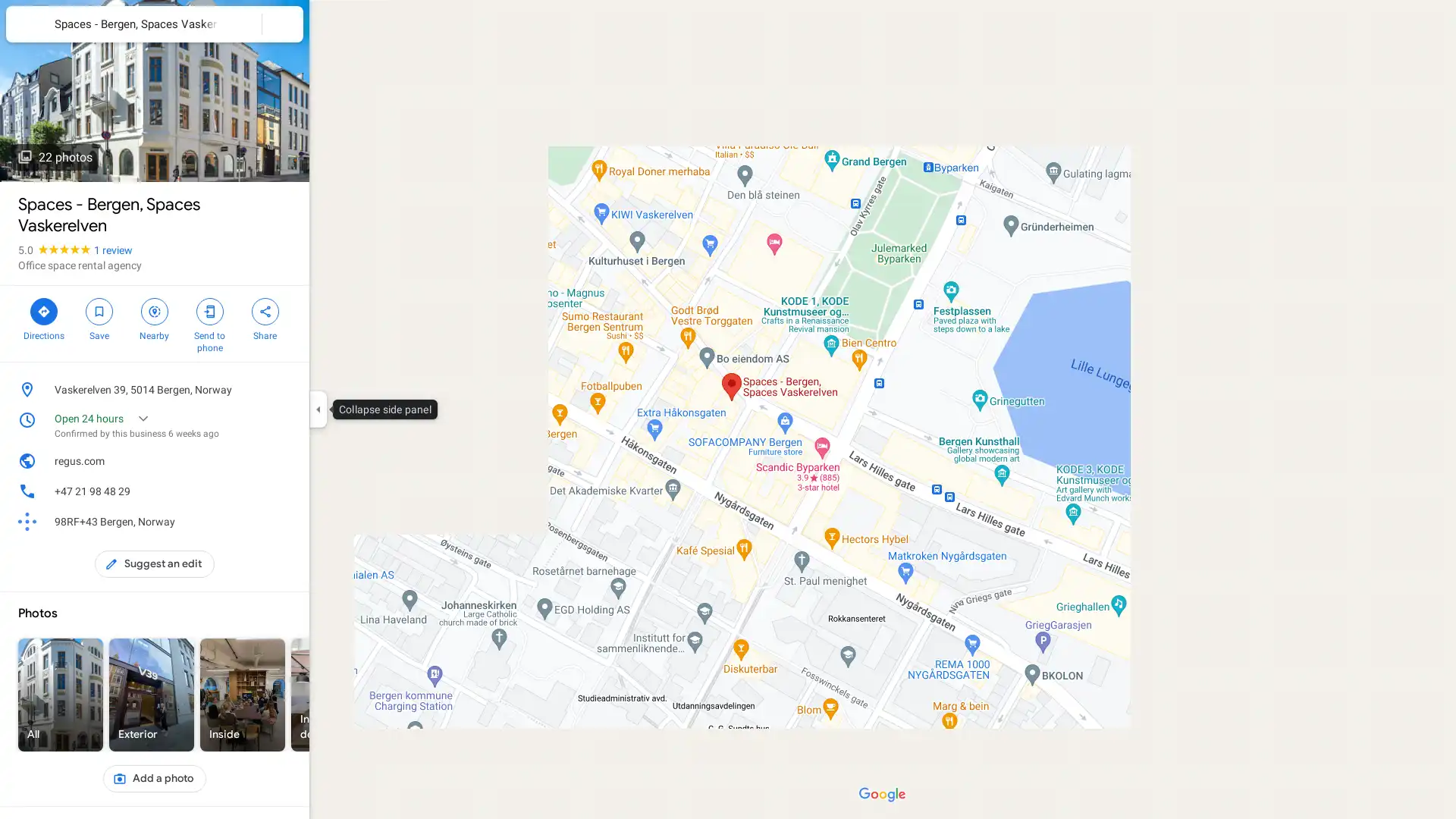 Image resolution: width=1456 pixels, height=819 pixels. Describe the element at coordinates (333, 695) in the screenshot. I see `Interior design` at that location.